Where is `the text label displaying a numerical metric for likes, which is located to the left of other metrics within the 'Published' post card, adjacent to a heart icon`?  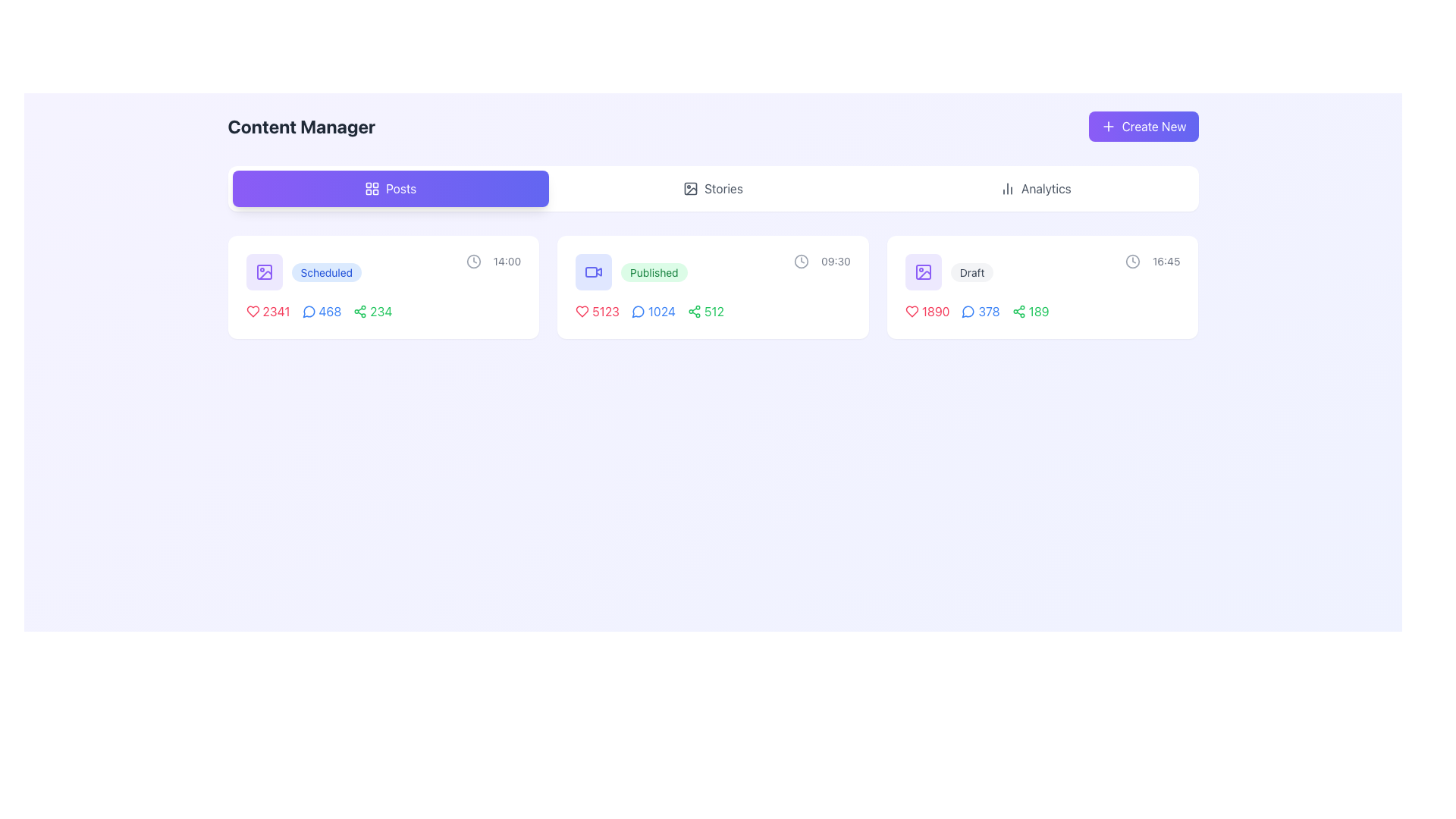 the text label displaying a numerical metric for likes, which is located to the left of other metrics within the 'Published' post card, adjacent to a heart icon is located at coordinates (605, 311).